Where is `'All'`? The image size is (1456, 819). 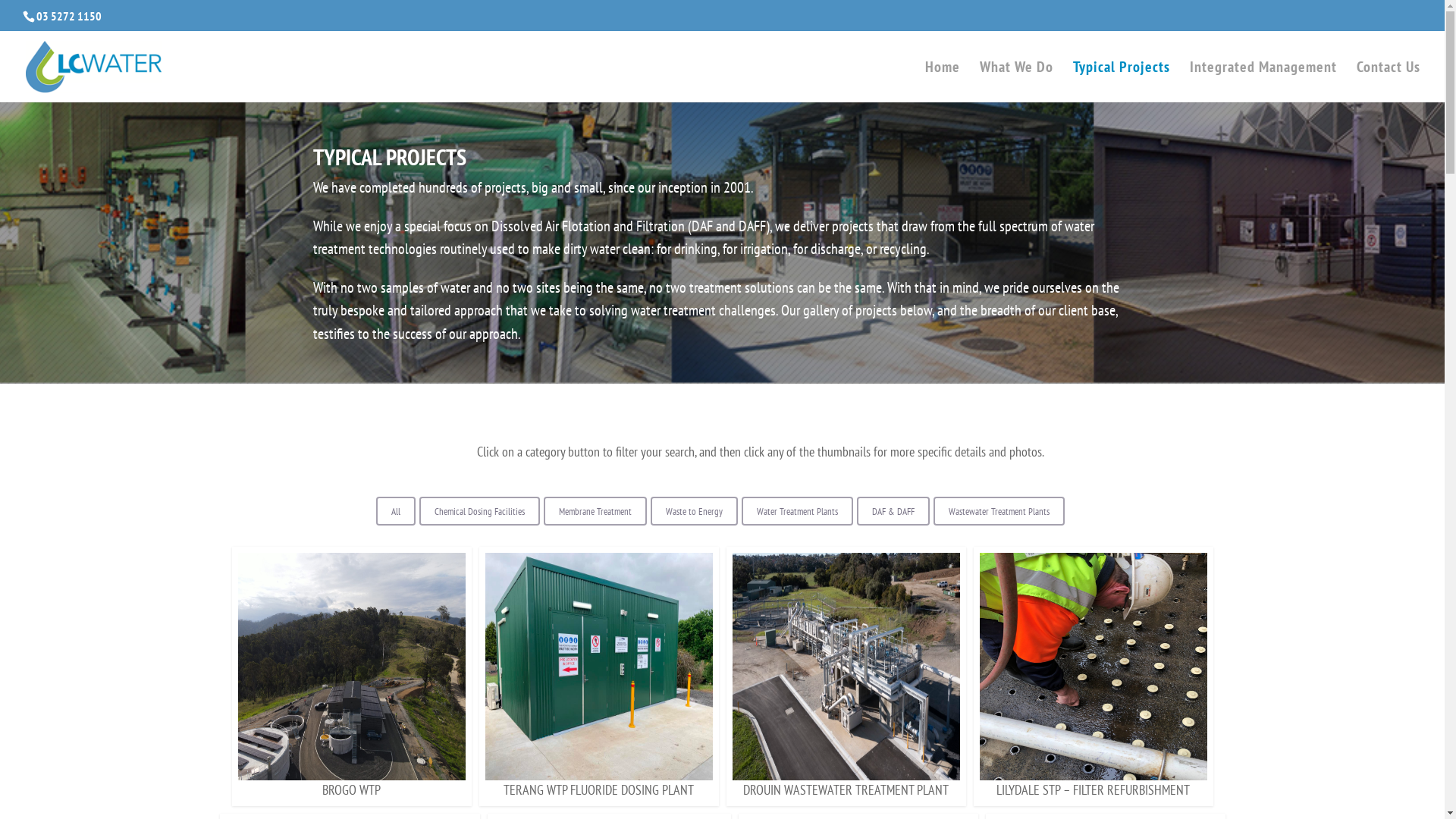 'All' is located at coordinates (396, 511).